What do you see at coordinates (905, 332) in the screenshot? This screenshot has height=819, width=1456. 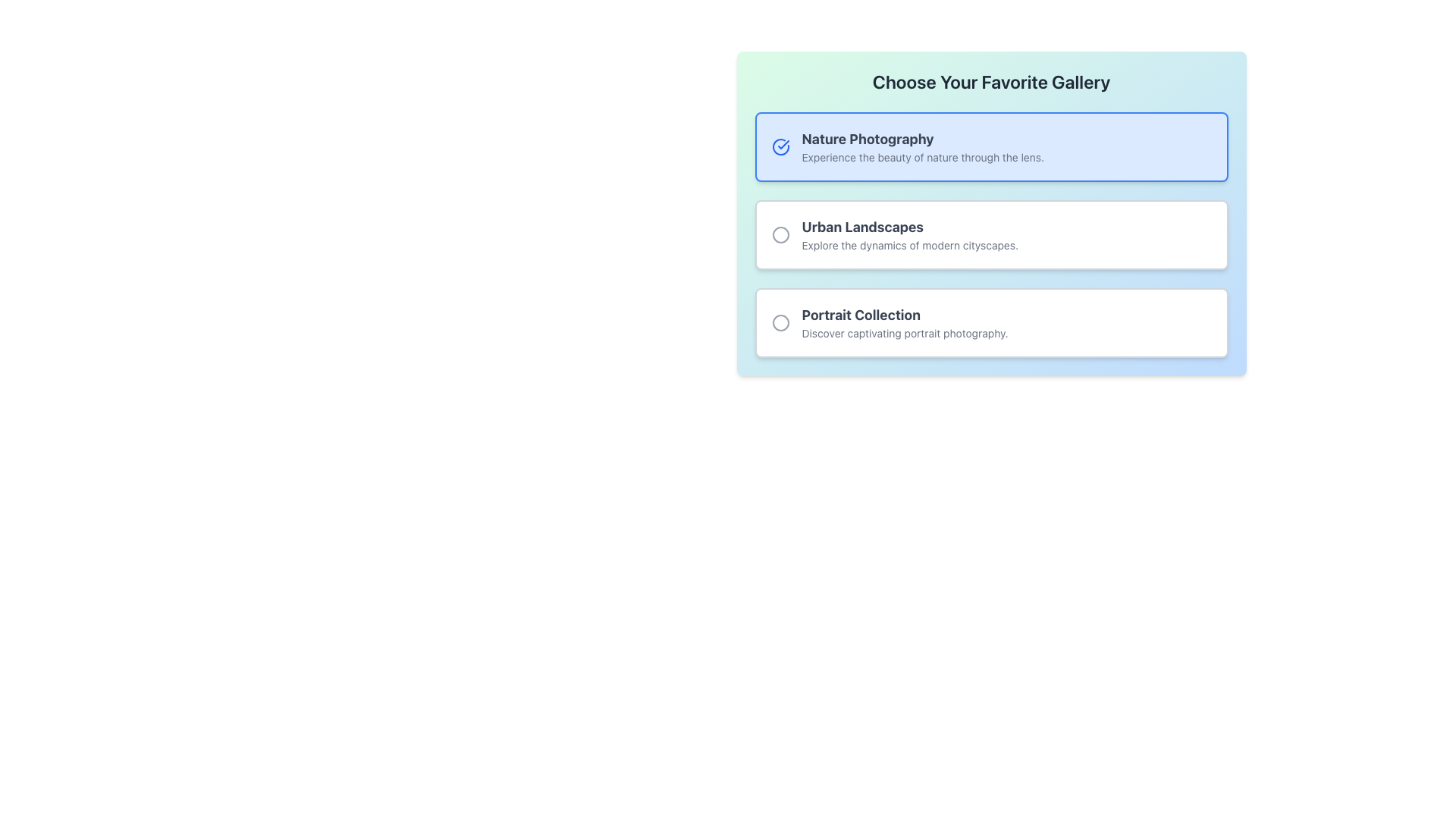 I see `descriptive text 'Discover captivating portrait photography.' positioned below 'Portrait Collection' in the third selection of a vertical list` at bounding box center [905, 332].